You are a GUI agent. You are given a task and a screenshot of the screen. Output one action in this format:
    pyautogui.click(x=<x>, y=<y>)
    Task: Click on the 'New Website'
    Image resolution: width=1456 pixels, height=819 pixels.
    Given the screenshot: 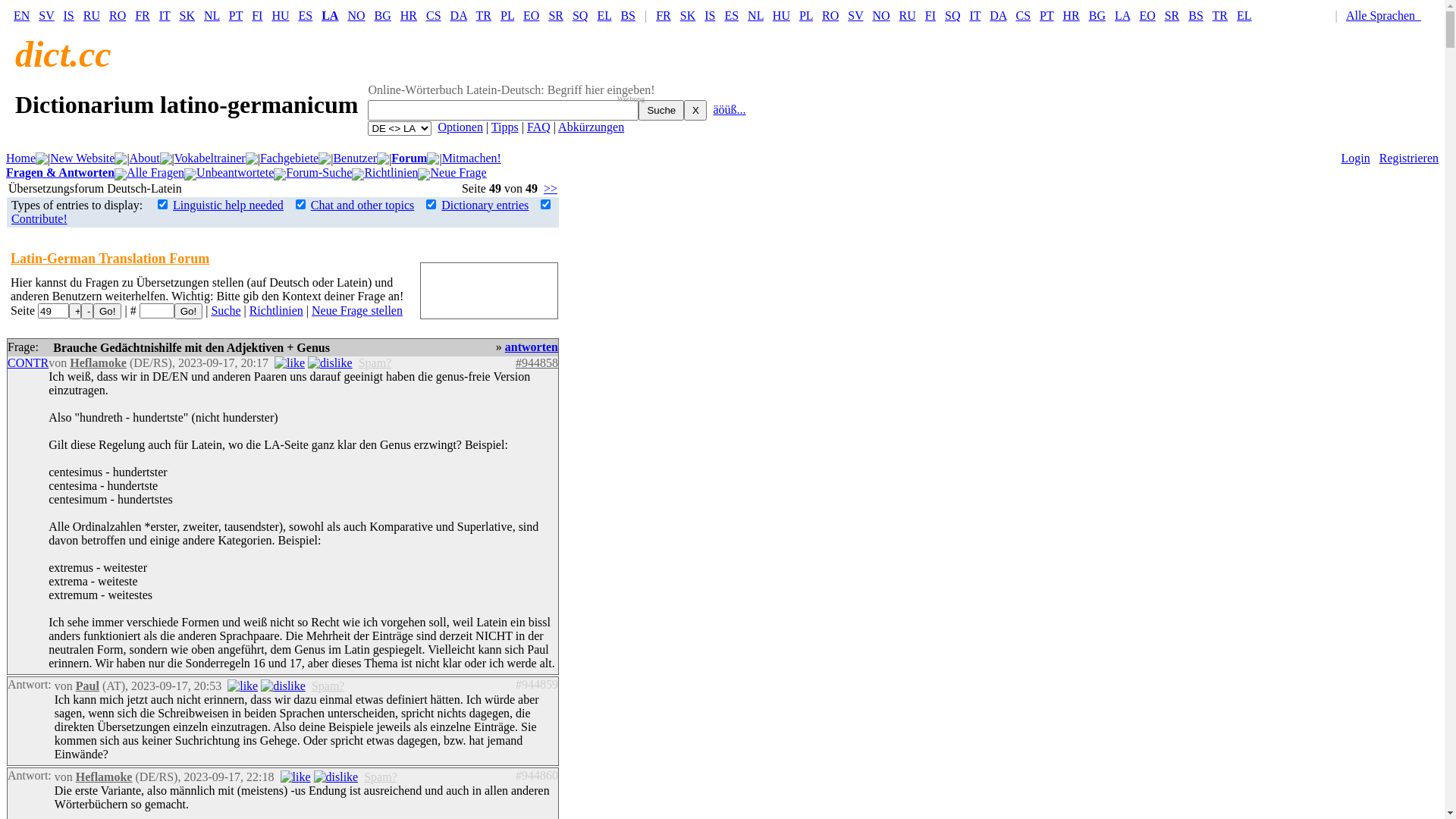 What is the action you would take?
    pyautogui.click(x=50, y=158)
    